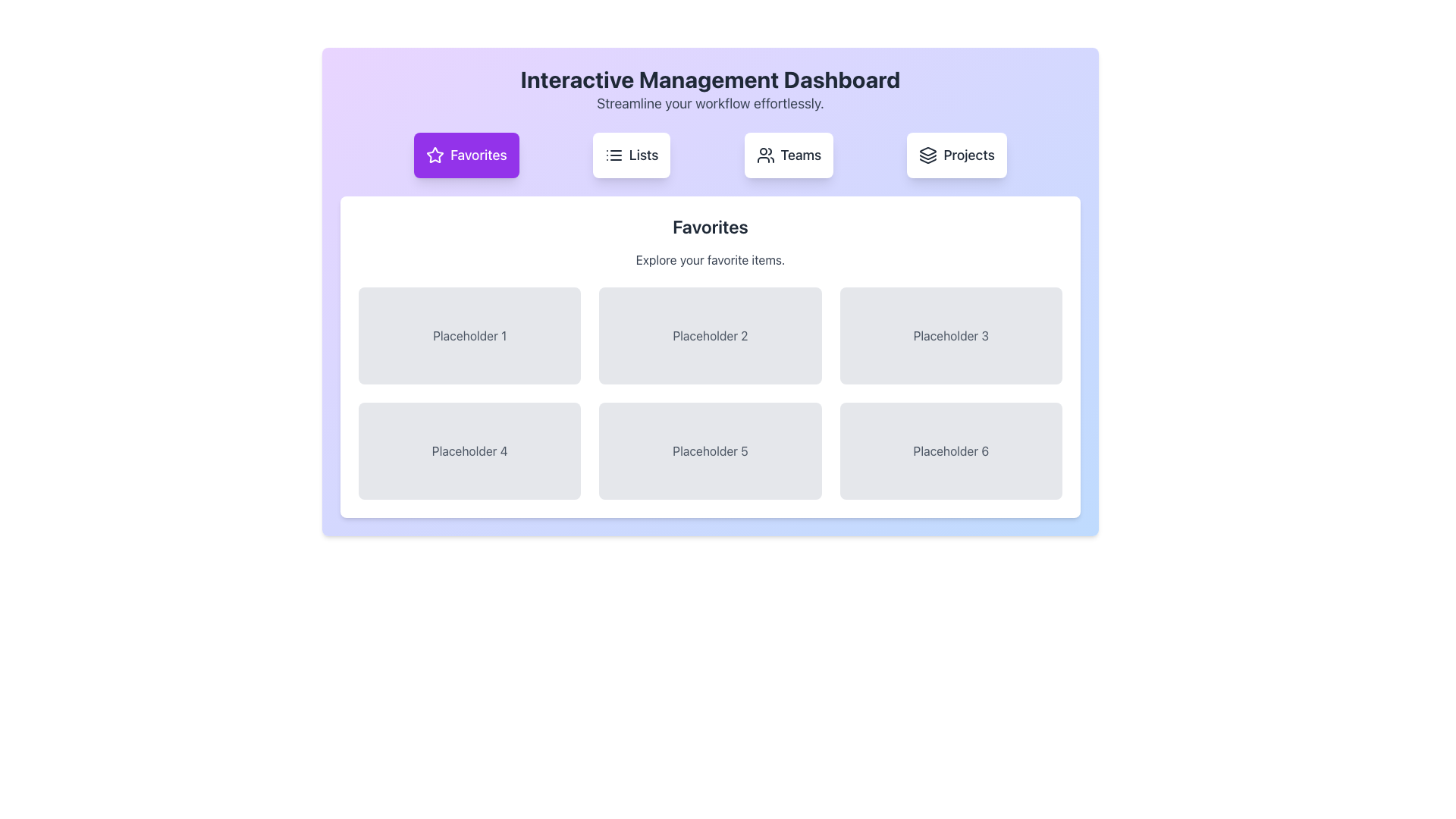 This screenshot has width=1456, height=819. What do you see at coordinates (800, 155) in the screenshot?
I see `text label indicating 'Teams' in the top navigation bar, located between 'Favorites' and 'Projects'` at bounding box center [800, 155].